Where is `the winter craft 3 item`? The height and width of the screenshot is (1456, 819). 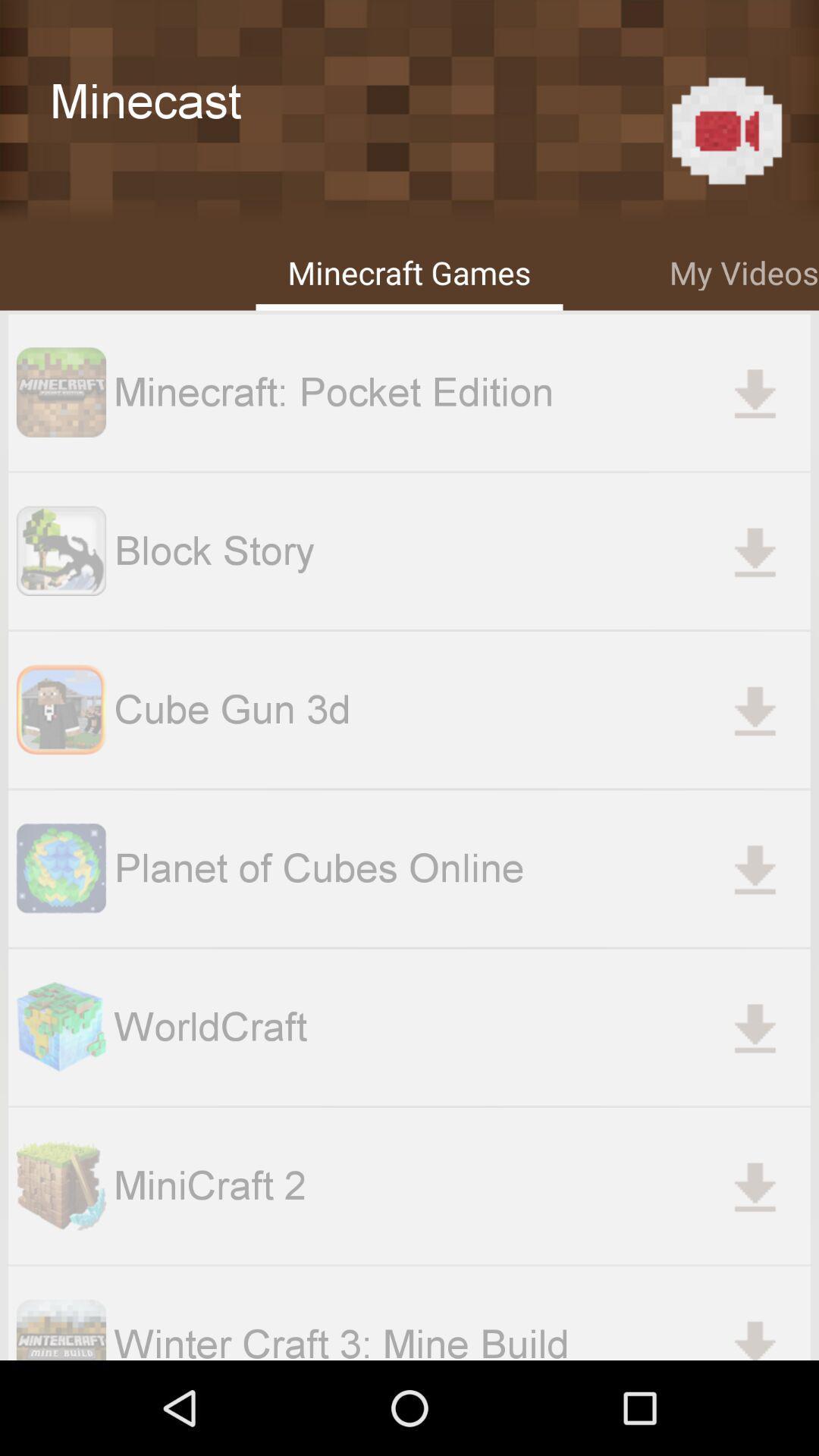 the winter craft 3 item is located at coordinates (461, 1338).